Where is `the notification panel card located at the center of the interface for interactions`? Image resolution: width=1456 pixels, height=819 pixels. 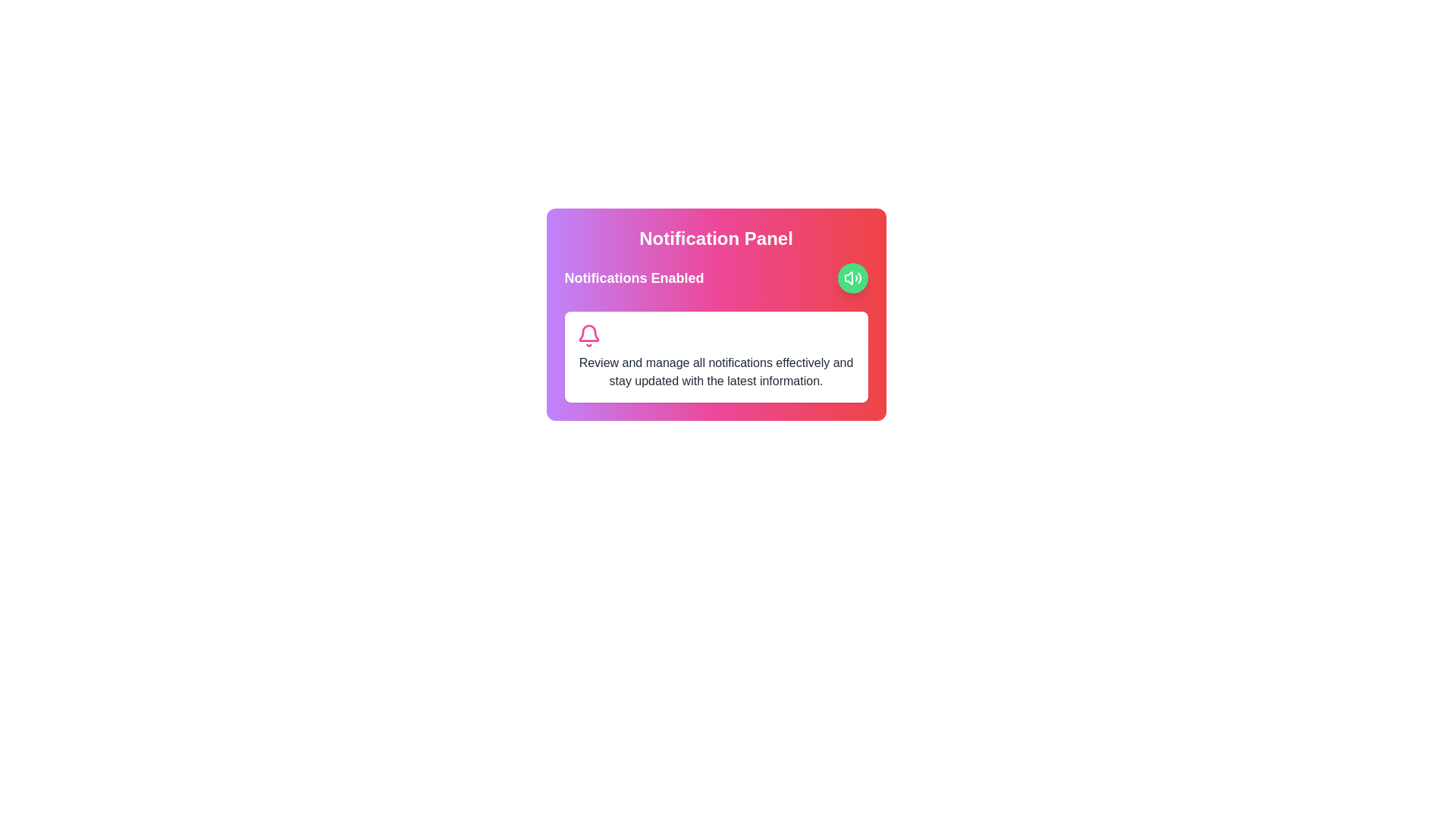
the notification panel card located at the center of the interface for interactions is located at coordinates (715, 314).